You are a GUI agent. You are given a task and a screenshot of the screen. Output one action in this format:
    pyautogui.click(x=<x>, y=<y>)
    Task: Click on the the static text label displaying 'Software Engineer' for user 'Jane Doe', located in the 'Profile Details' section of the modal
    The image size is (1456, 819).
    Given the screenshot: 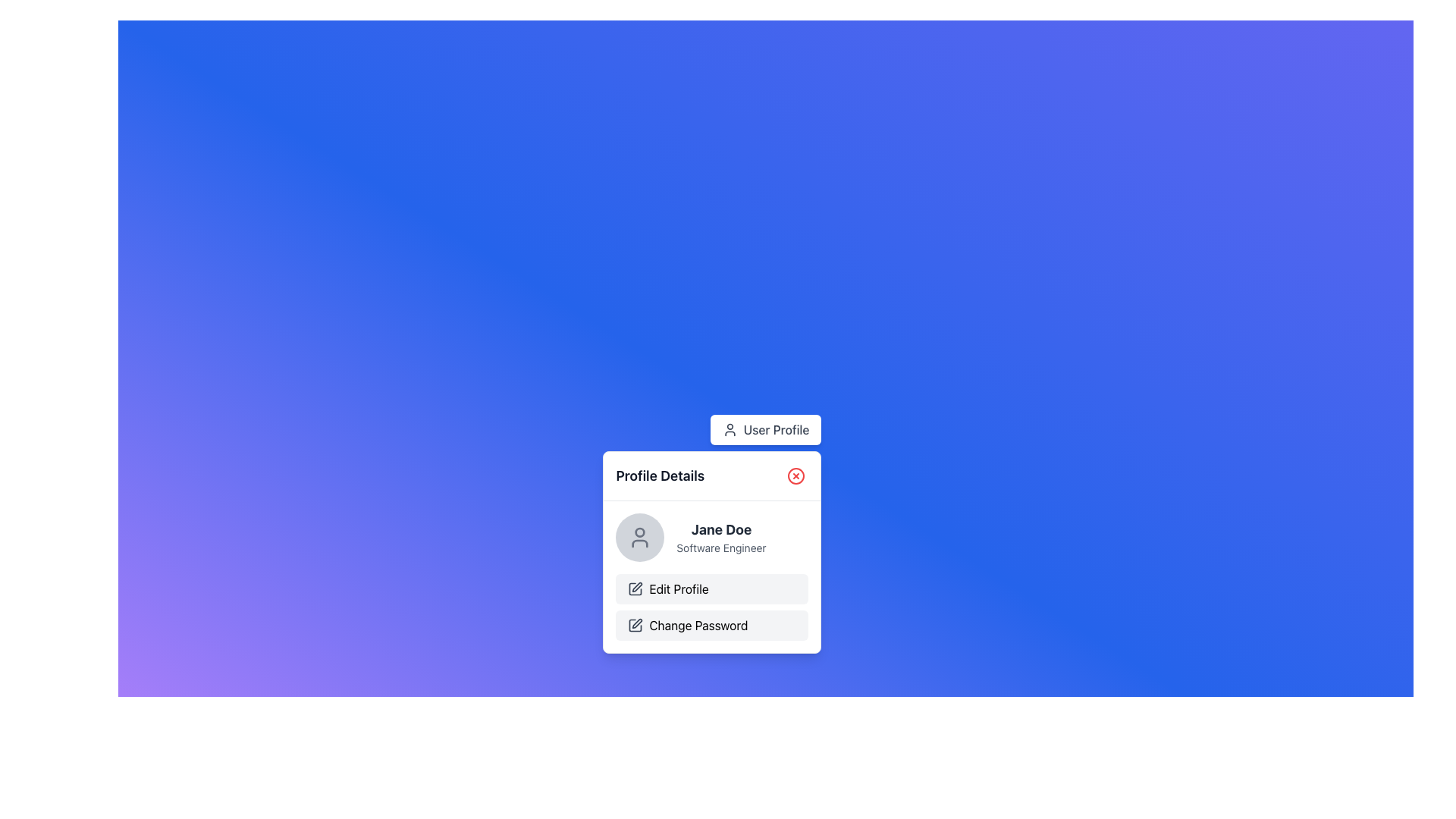 What is the action you would take?
    pyautogui.click(x=720, y=548)
    